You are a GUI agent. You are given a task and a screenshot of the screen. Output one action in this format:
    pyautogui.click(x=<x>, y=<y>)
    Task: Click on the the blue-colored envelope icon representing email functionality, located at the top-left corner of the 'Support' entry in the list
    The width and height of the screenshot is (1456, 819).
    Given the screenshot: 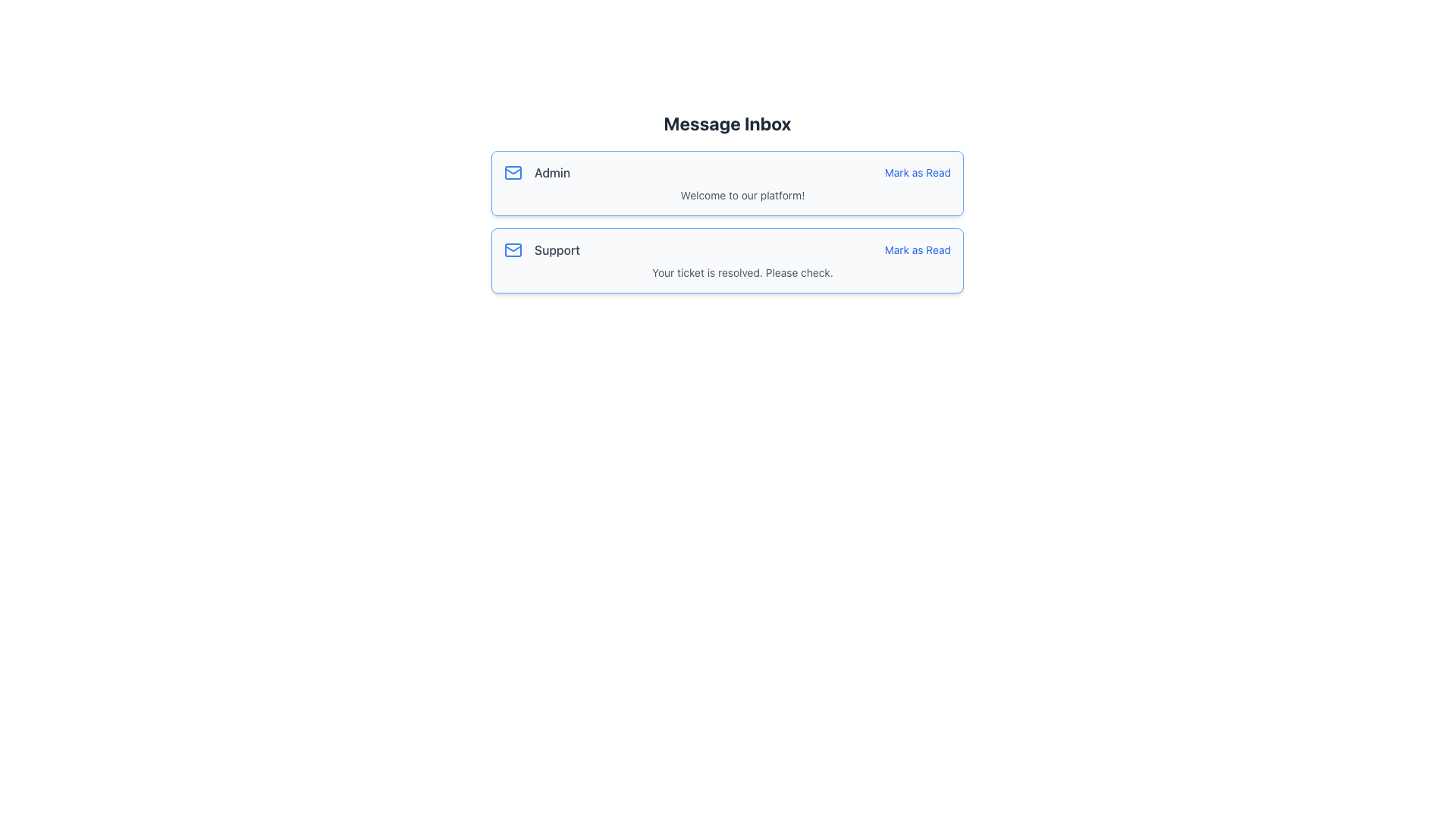 What is the action you would take?
    pyautogui.click(x=513, y=249)
    